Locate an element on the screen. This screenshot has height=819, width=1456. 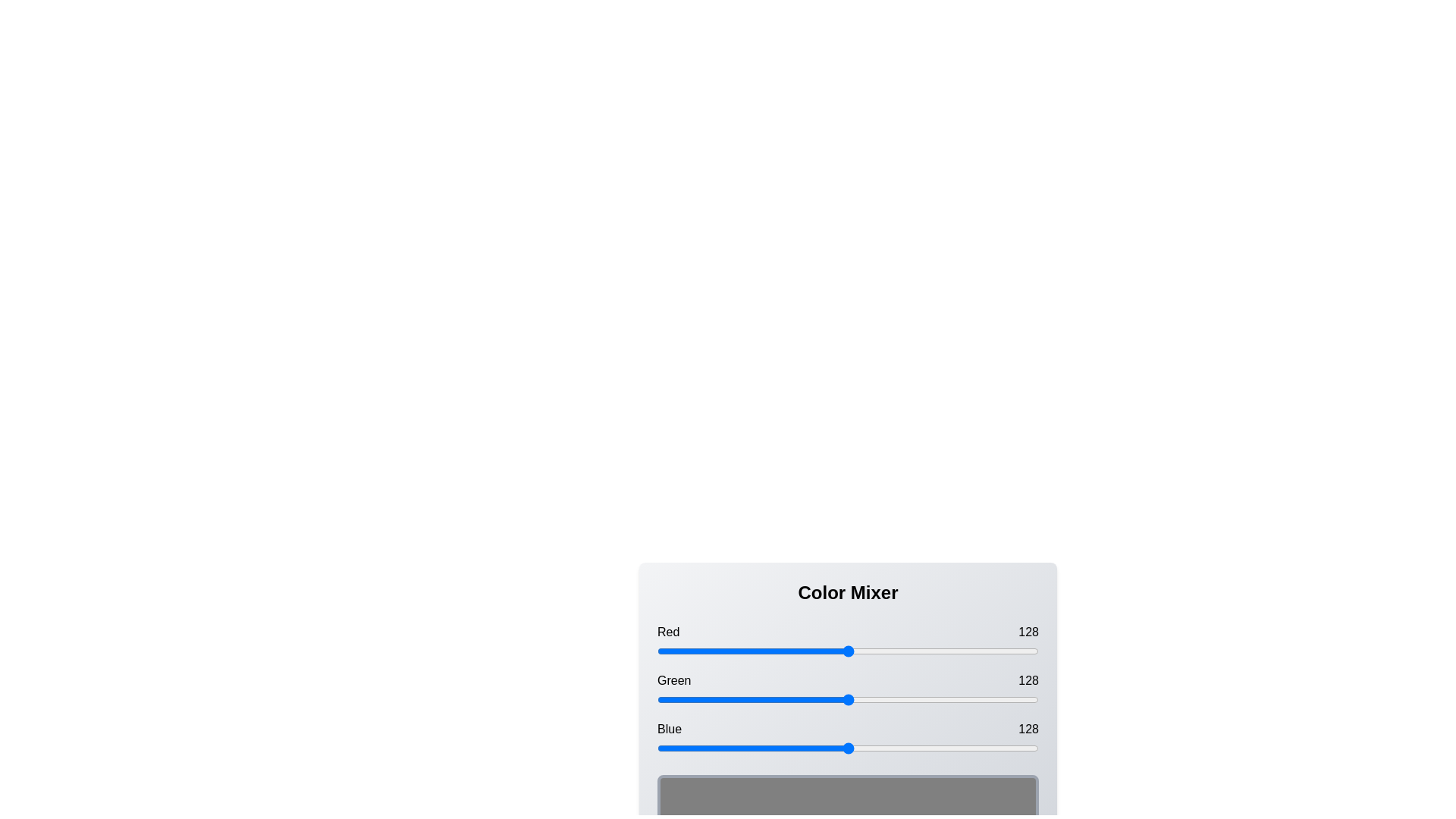
the red slider to 16 is located at coordinates (680, 651).